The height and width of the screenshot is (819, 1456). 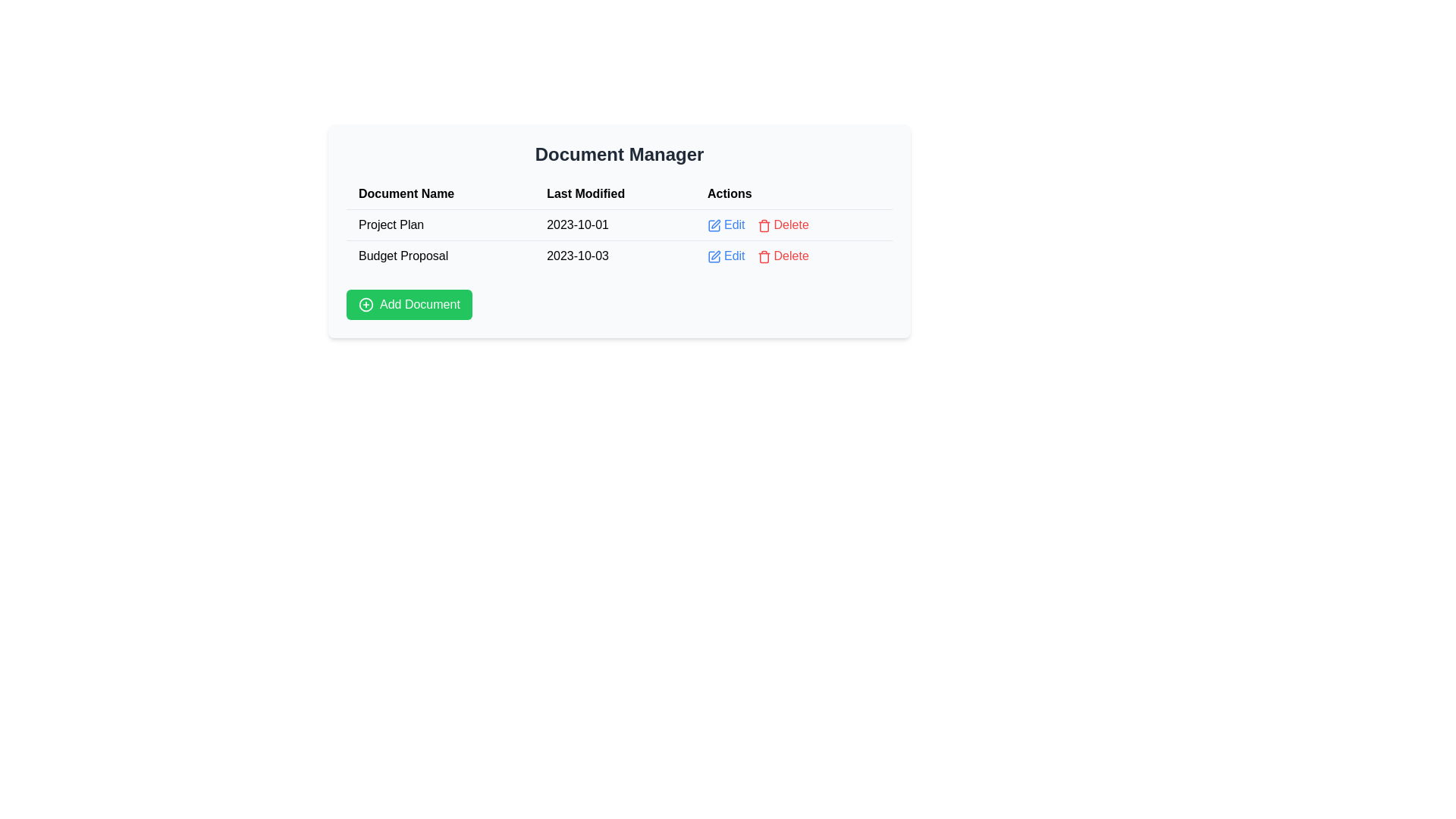 I want to click on the editing action icon located in the 'Actions' column of the second row of the table, so click(x=715, y=254).